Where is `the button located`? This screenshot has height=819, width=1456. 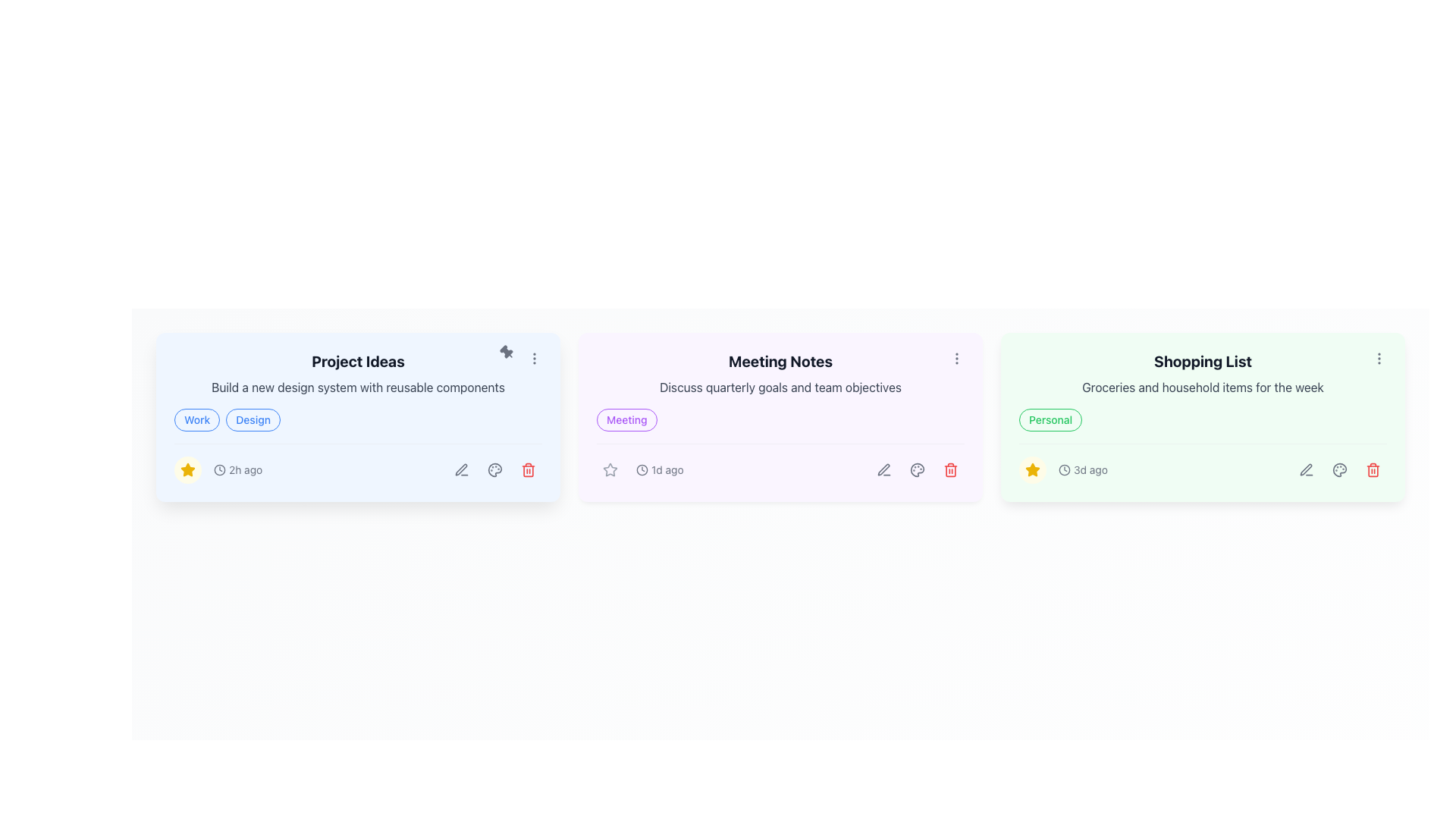
the button located is located at coordinates (884, 469).